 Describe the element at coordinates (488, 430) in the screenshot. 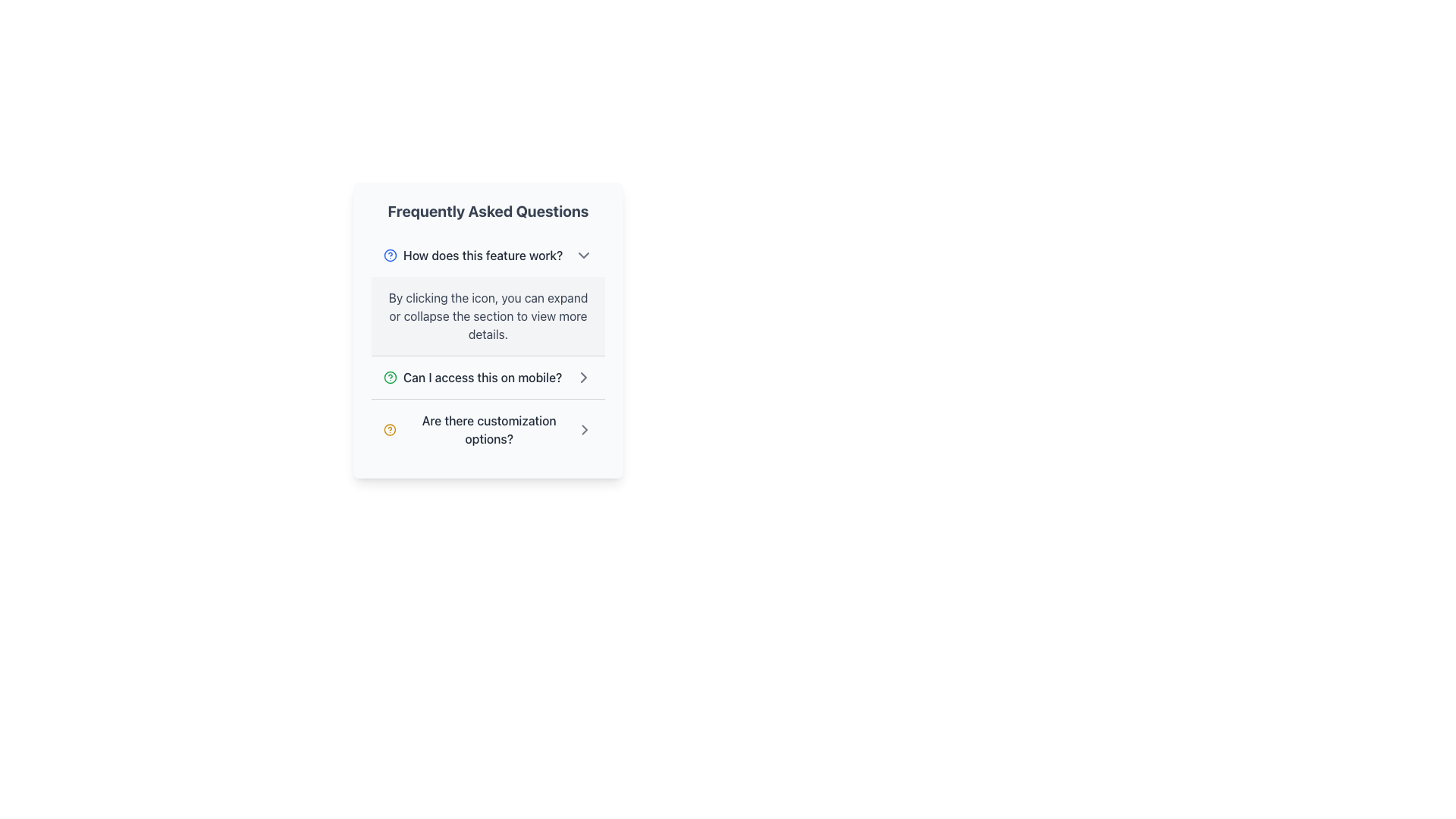

I see `the third FAQ entry which contains the question 'Are there customization options?' with a golden question mark icon and a gray chevron pointing right` at that location.